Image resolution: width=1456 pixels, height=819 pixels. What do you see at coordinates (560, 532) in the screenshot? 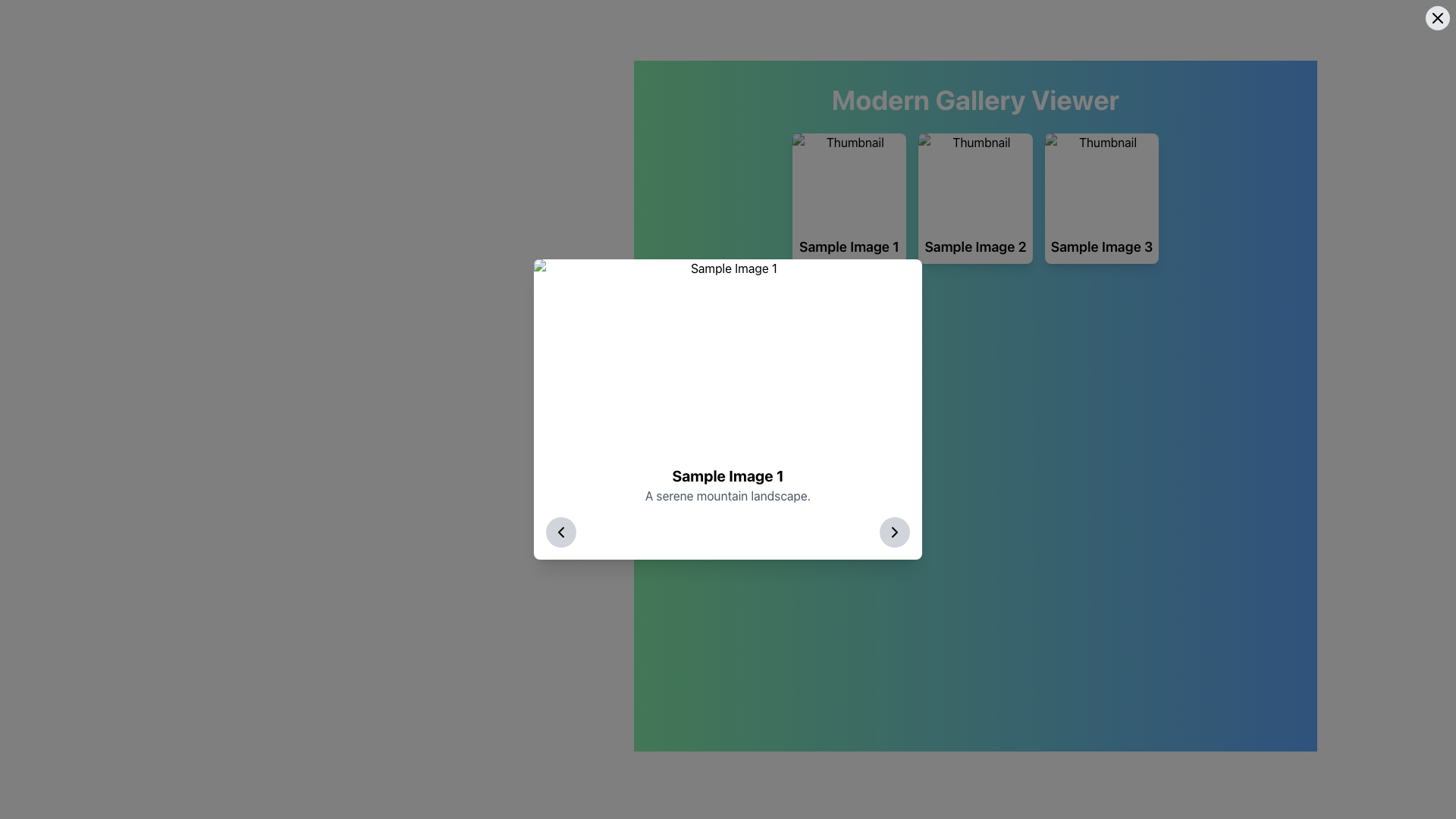
I see `the 'previous' navigation button located in the bottom-left corner of the pop-up window that displays details about 'Sample Image 1'` at bounding box center [560, 532].